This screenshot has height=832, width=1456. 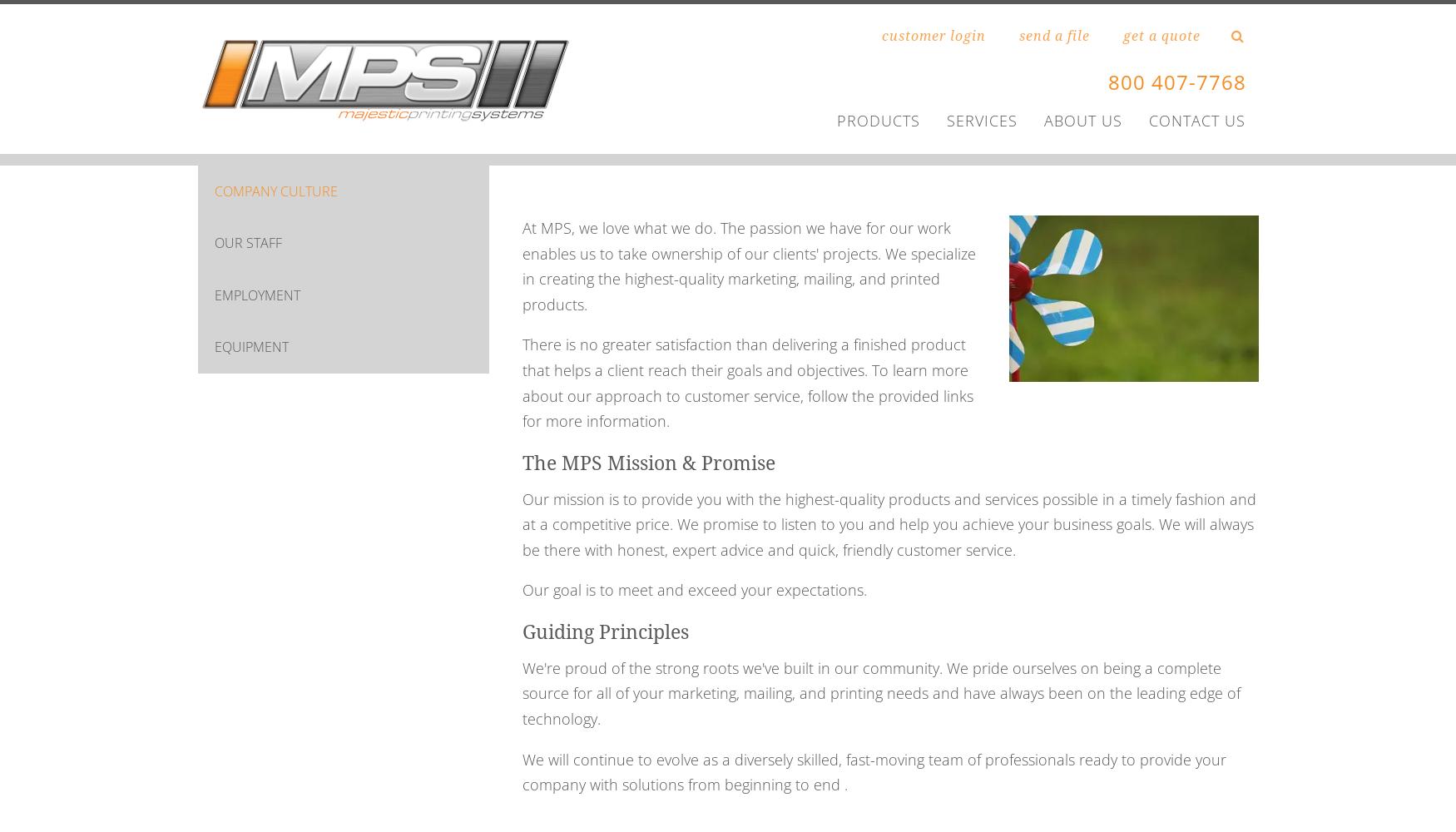 I want to click on 'Our mission is to provide you with the highest-quality products and services possible in a timely fashion and at a competitive price. We promise to listen to you and help you achieve your business goals. We will always be there with honest, expert advice and quick, friendly customer service.', so click(x=889, y=523).